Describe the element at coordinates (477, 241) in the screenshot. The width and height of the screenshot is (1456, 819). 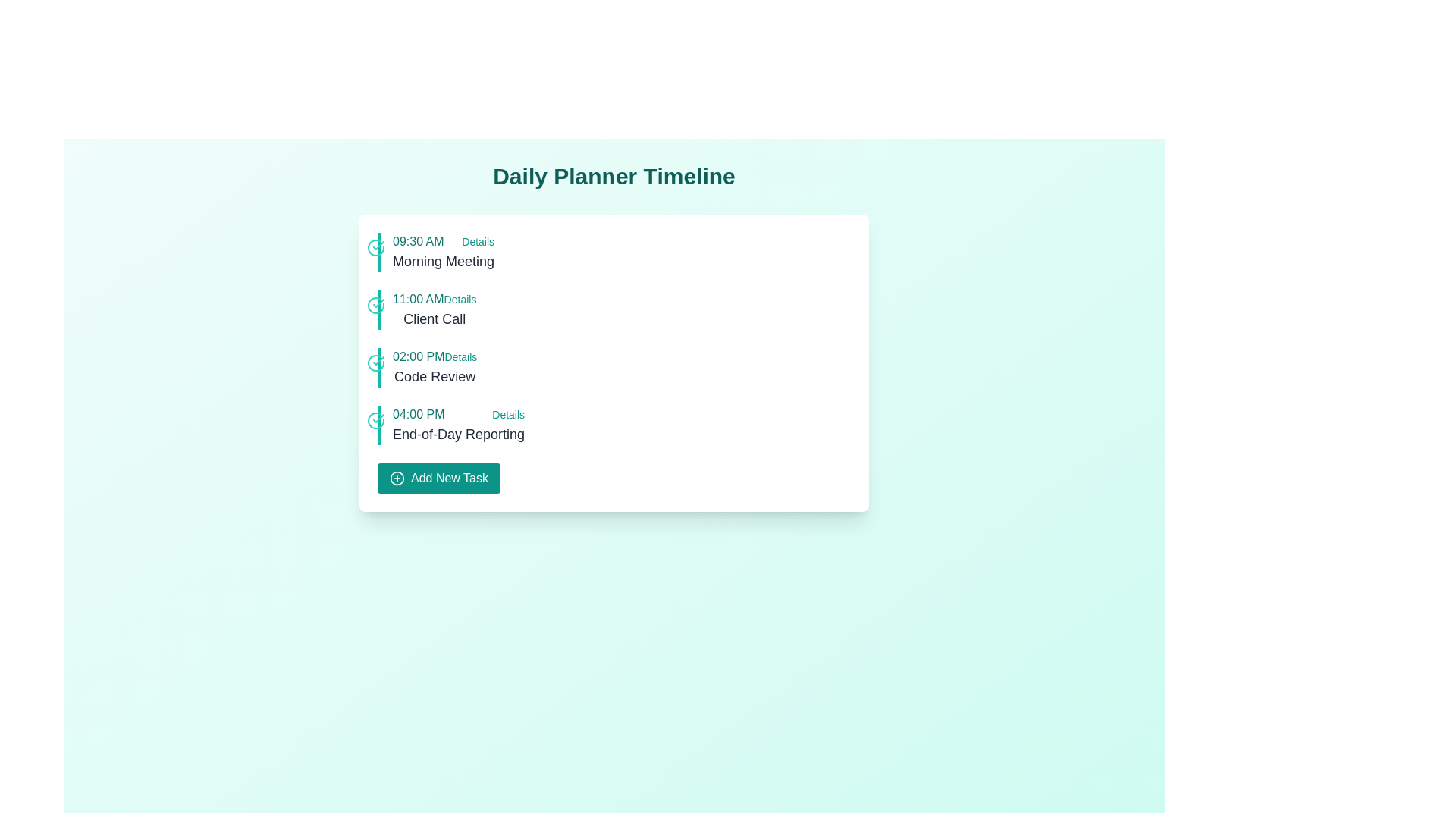
I see `the button that provides access to detailed information or actions related to the '09:30 AM Morning Meeting' timeline entry` at that location.